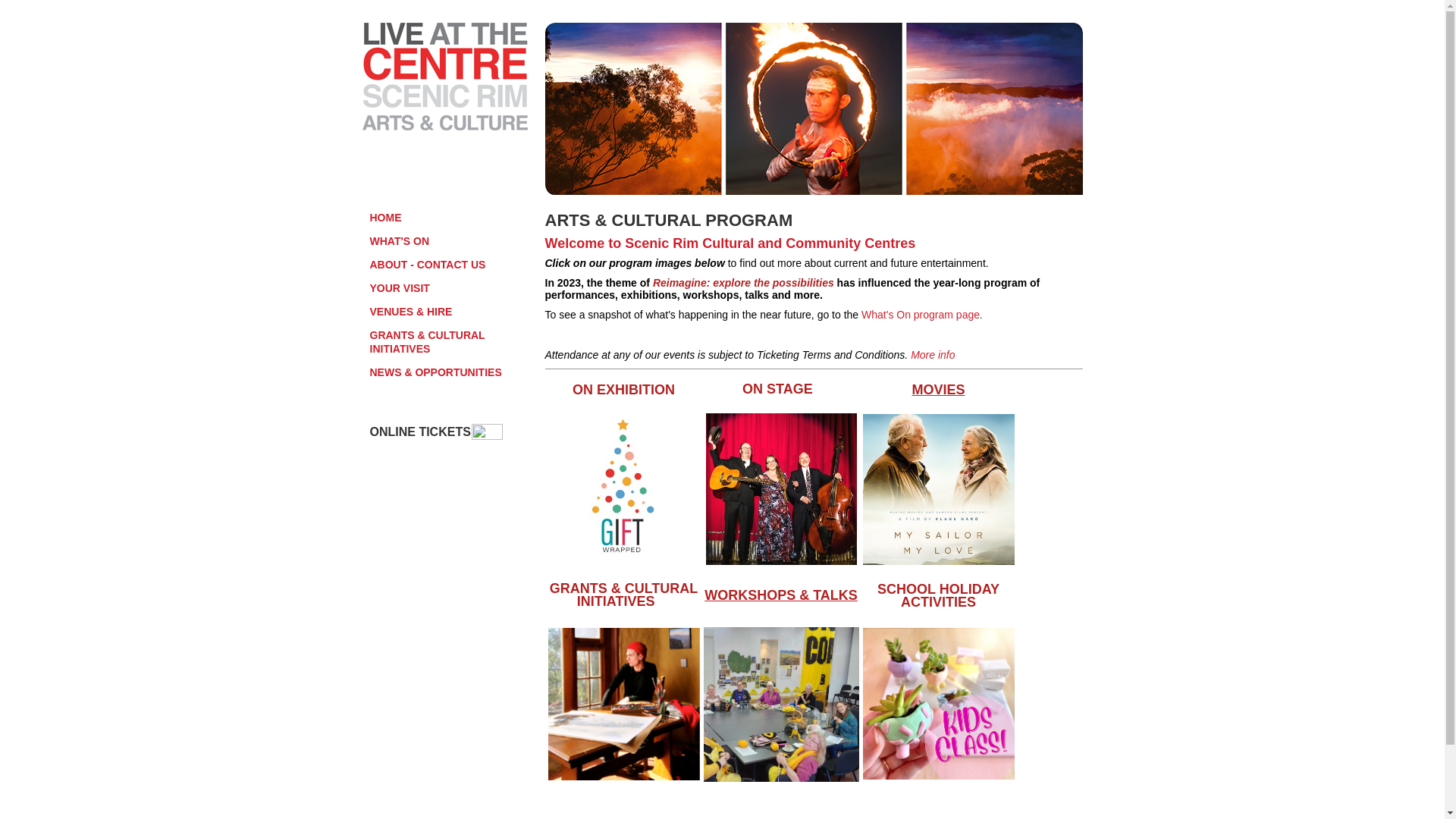 This screenshot has height=819, width=1456. I want to click on 'ON EXHIBITION', so click(571, 391).